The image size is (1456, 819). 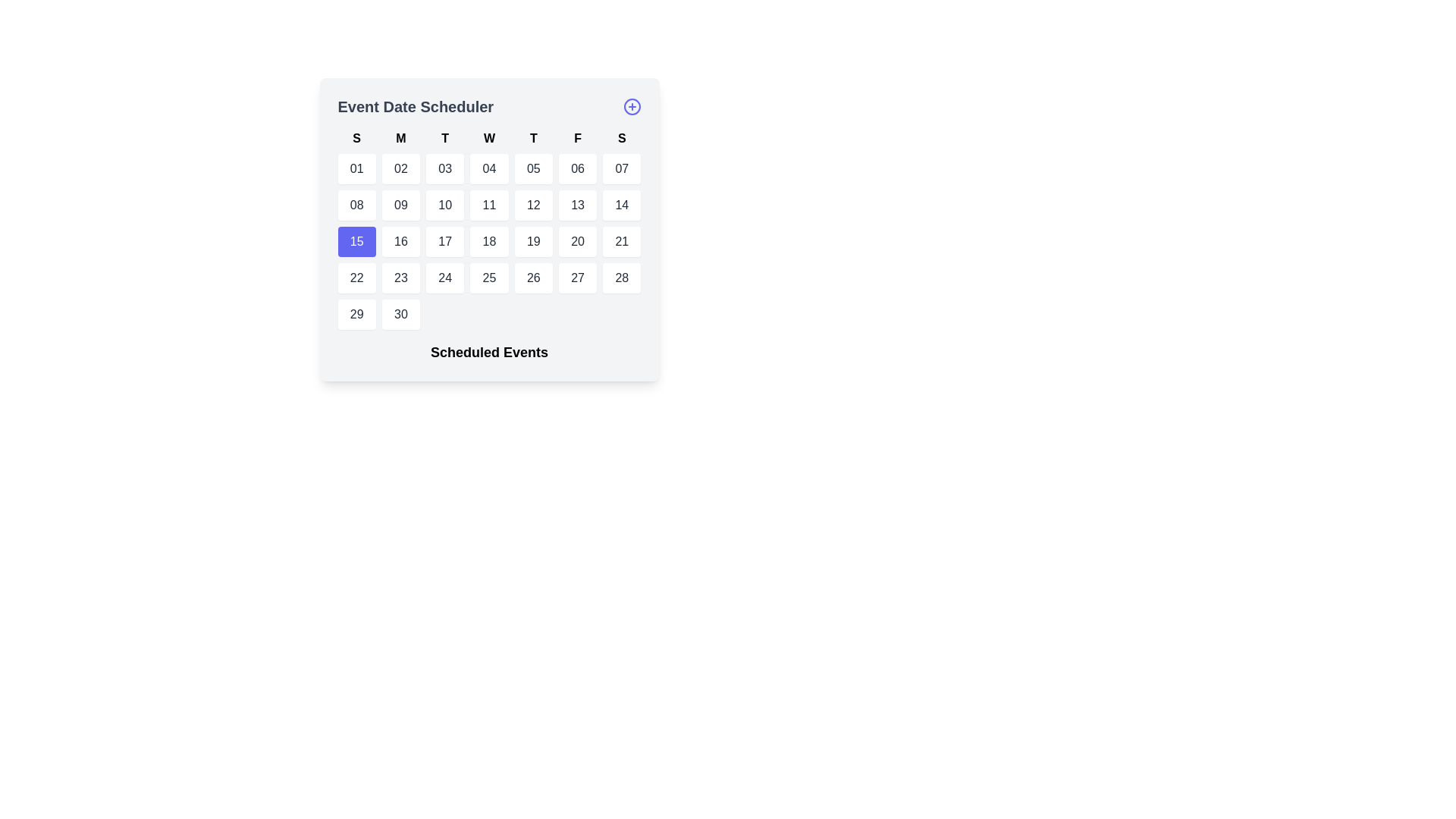 What do you see at coordinates (622, 241) in the screenshot?
I see `the button labeled '21' with a rounded outline and white background` at bounding box center [622, 241].